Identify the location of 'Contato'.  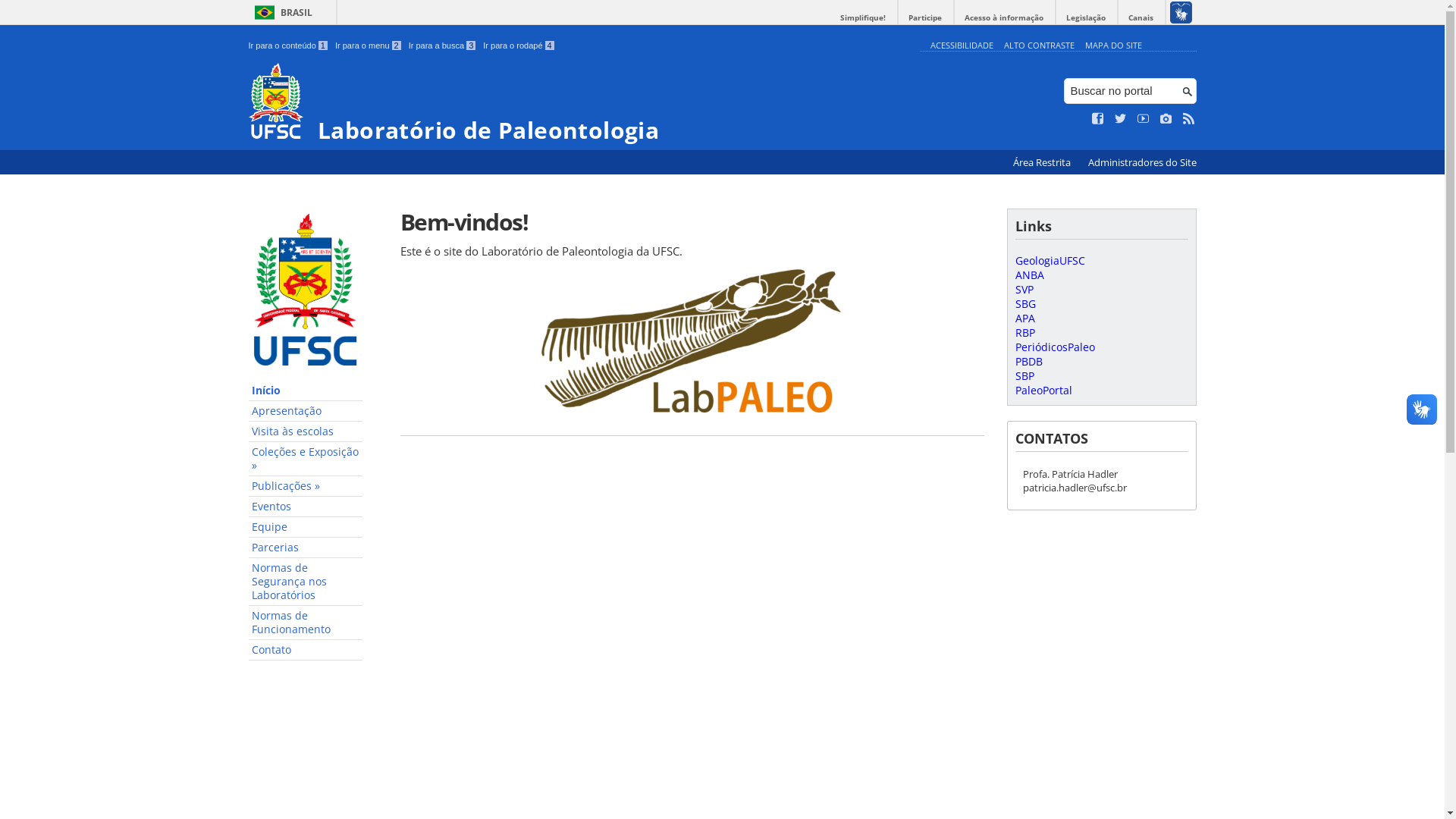
(305, 649).